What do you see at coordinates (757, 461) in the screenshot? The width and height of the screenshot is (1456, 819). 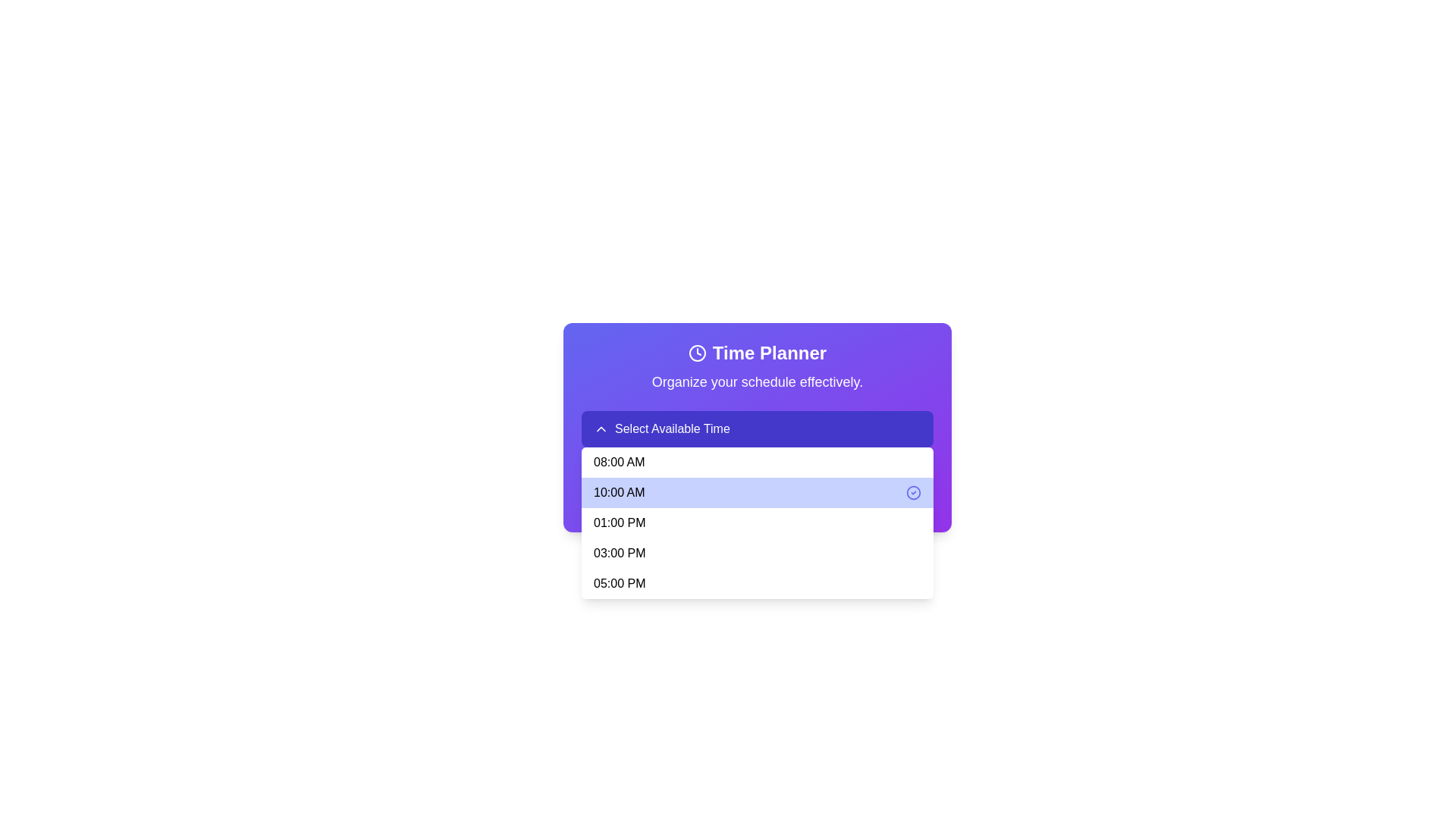 I see `the selectable dropdown list item representing the time slot '08:00 AM'` at bounding box center [757, 461].